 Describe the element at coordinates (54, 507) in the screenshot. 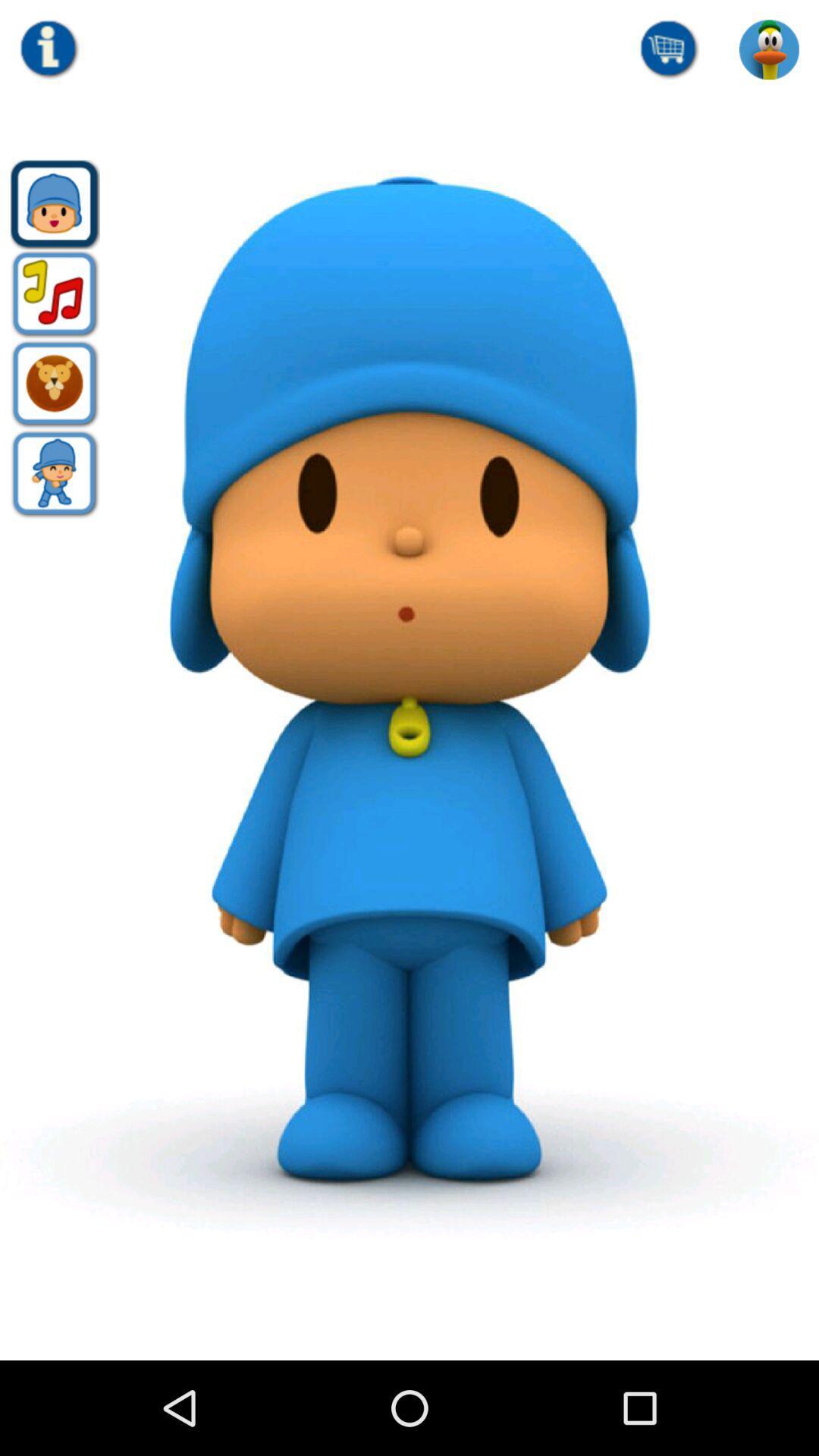

I see `the avatar icon` at that location.